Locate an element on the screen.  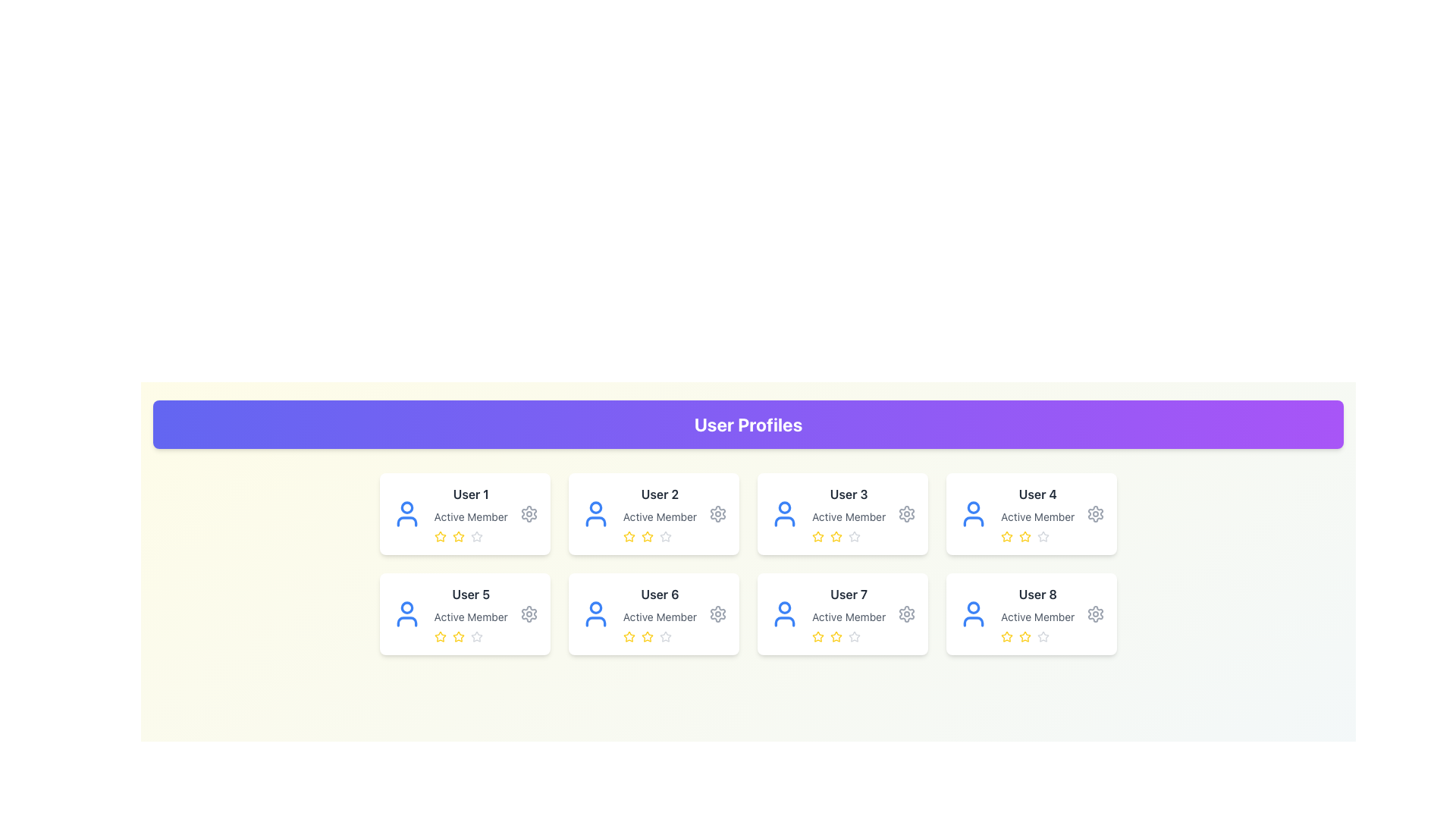
the first star in the user rating system for 'User 7' is located at coordinates (836, 636).